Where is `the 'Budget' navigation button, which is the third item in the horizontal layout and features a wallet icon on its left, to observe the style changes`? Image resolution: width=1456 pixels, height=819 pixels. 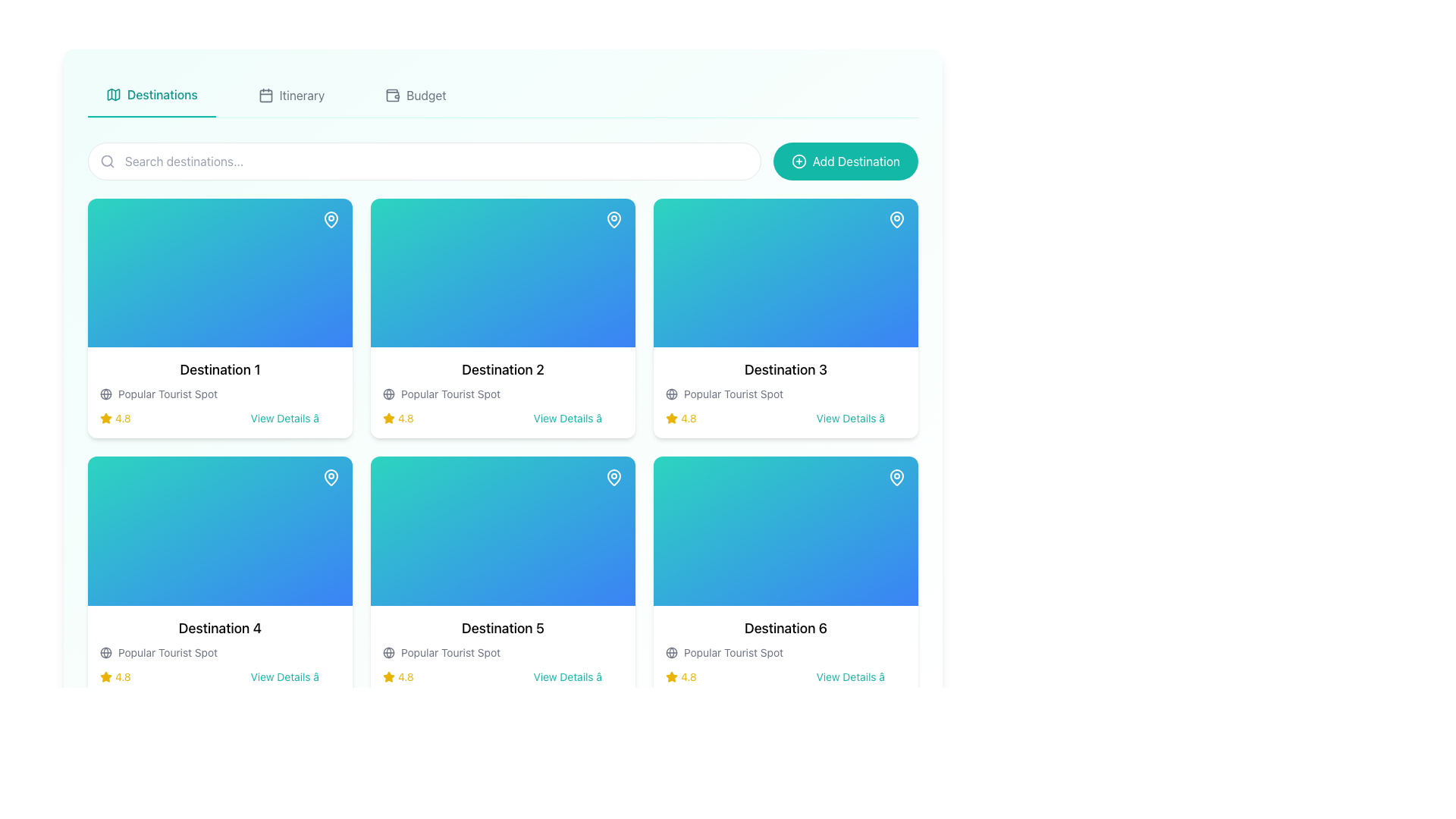 the 'Budget' navigation button, which is the third item in the horizontal layout and features a wallet icon on its left, to observe the style changes is located at coordinates (416, 96).